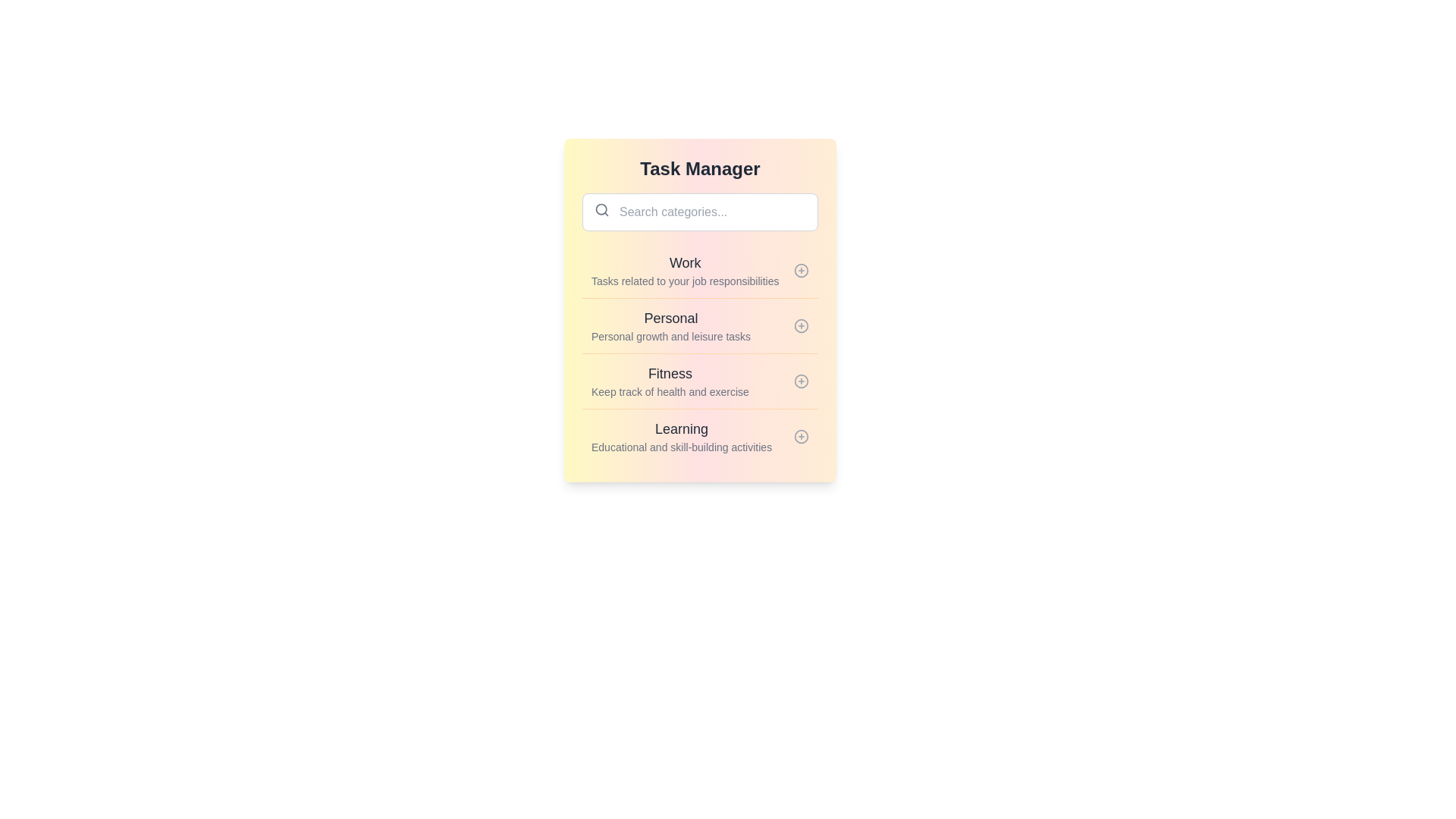 The image size is (1456, 819). What do you see at coordinates (800, 436) in the screenshot?
I see `the small circular icon with a center cross and outer border, styled in gray tones, located near the 'Learning' section` at bounding box center [800, 436].